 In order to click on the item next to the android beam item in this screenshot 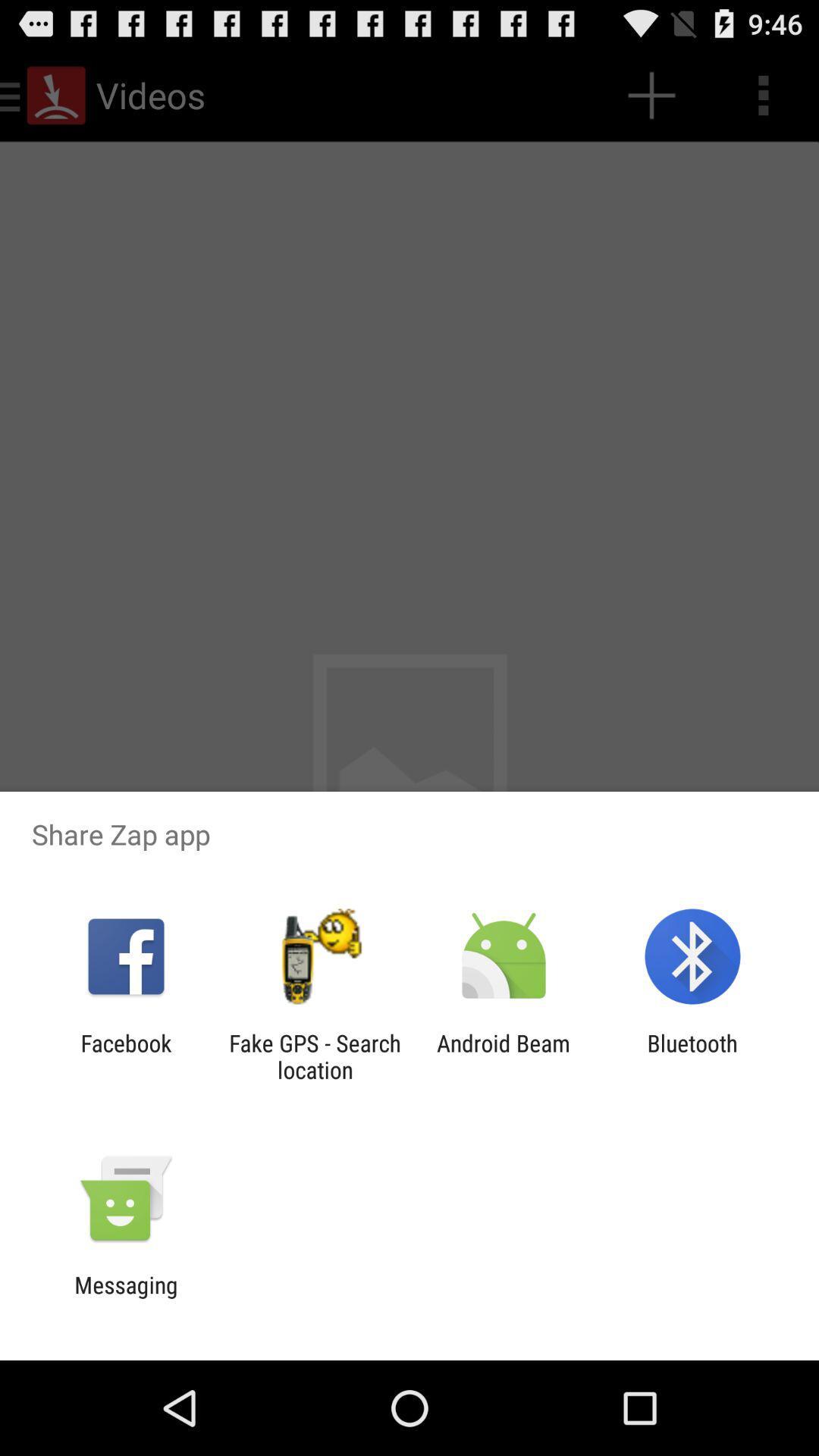, I will do `click(314, 1056)`.